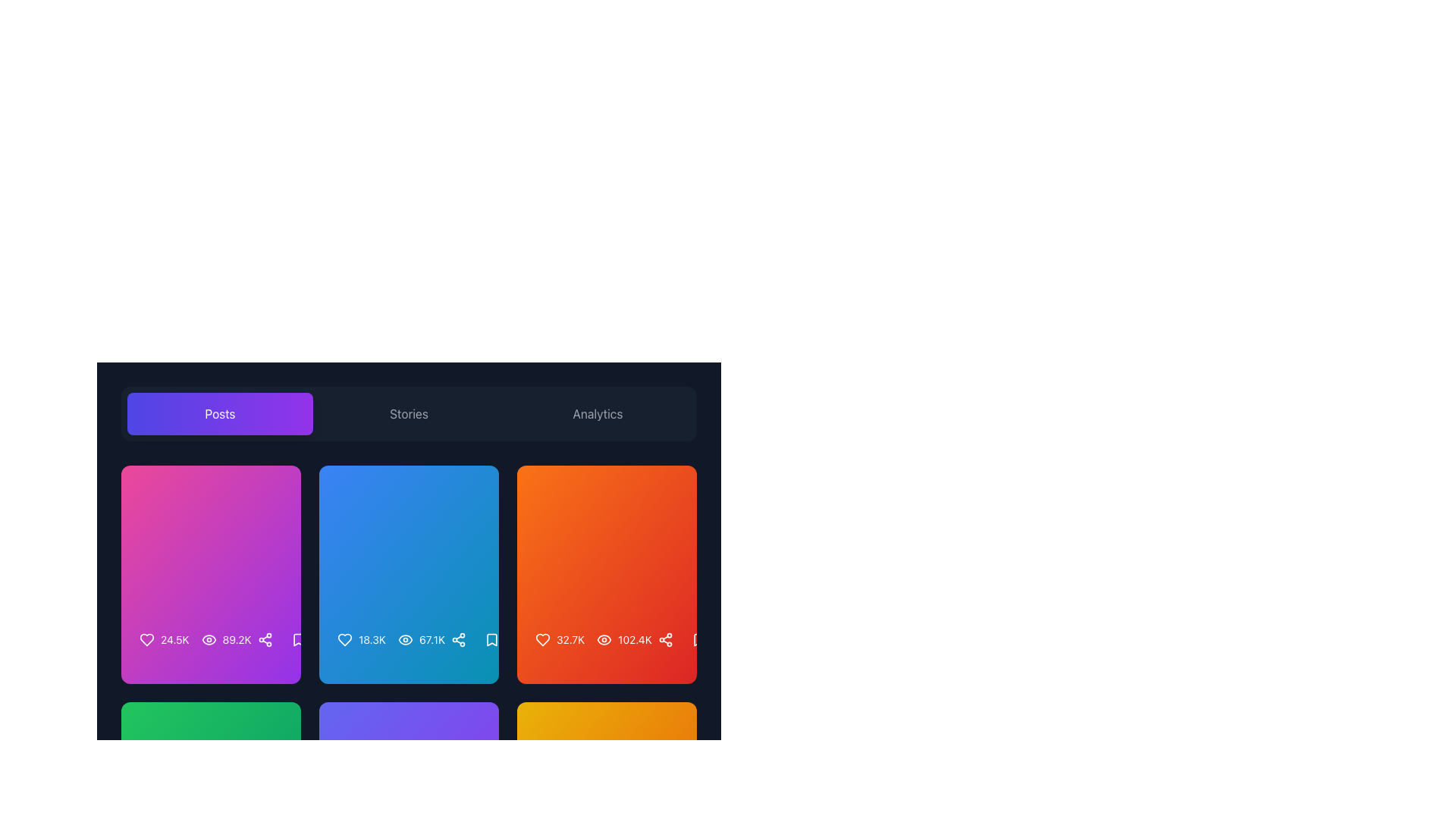 The image size is (1456, 819). What do you see at coordinates (665, 640) in the screenshot?
I see `the share button located at the bottom-right corner of the orange gradient card, which is the leftmost button in a group of buttons` at bounding box center [665, 640].